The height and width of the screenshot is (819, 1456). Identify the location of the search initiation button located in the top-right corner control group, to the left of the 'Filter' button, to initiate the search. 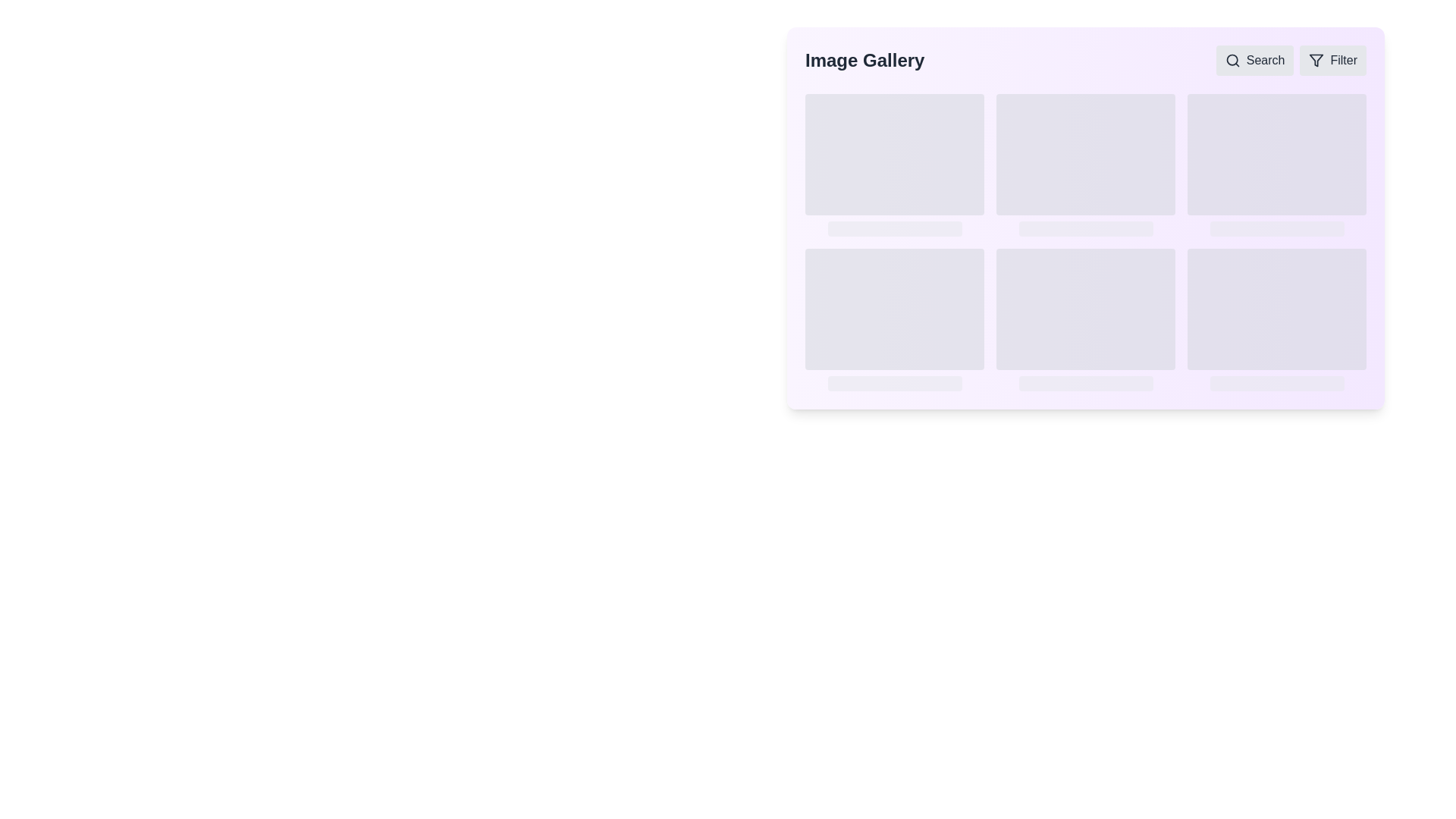
(1255, 60).